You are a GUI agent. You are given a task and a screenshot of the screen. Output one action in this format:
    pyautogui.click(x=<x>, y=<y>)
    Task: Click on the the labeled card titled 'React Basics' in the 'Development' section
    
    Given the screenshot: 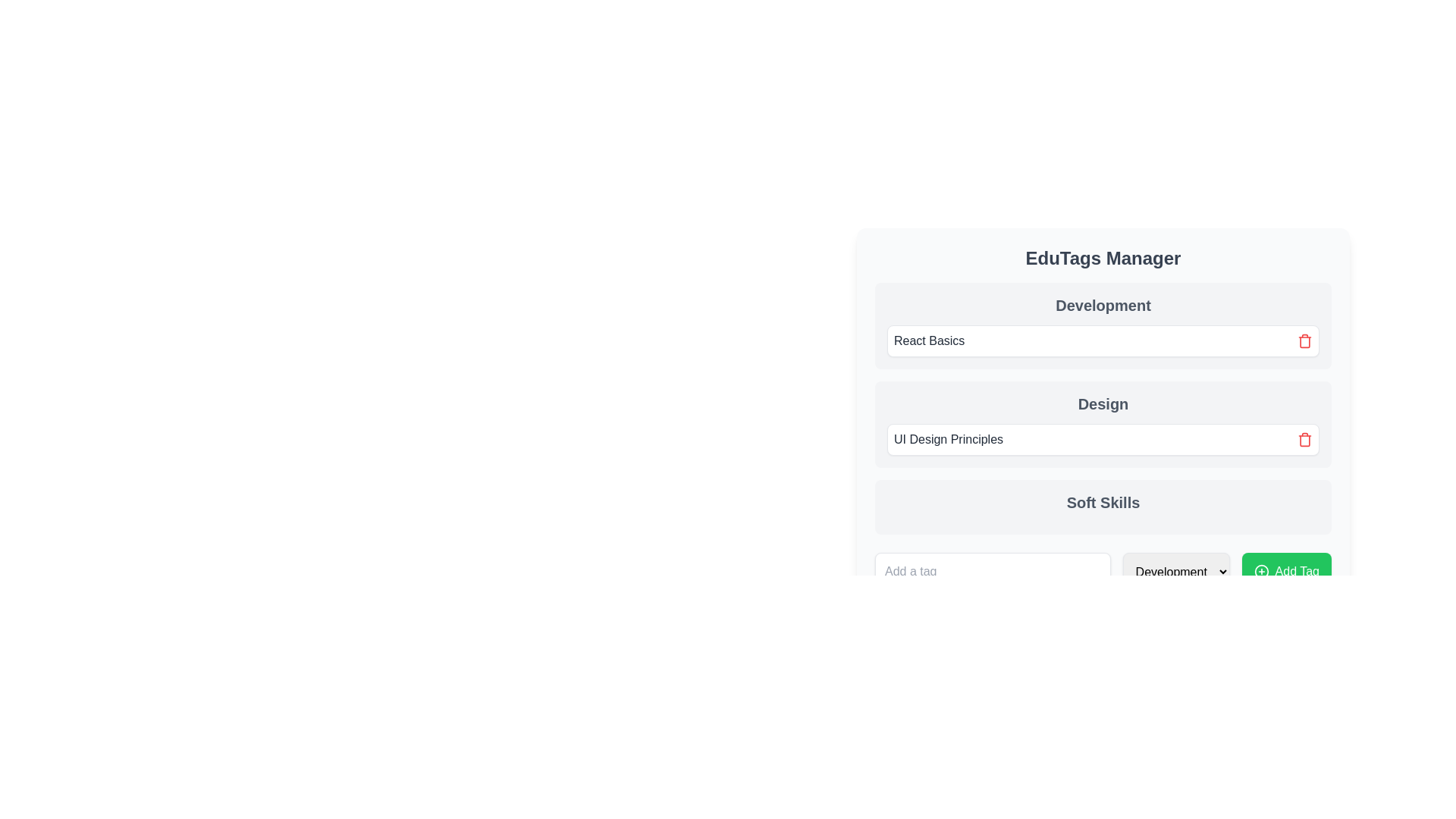 What is the action you would take?
    pyautogui.click(x=1103, y=341)
    